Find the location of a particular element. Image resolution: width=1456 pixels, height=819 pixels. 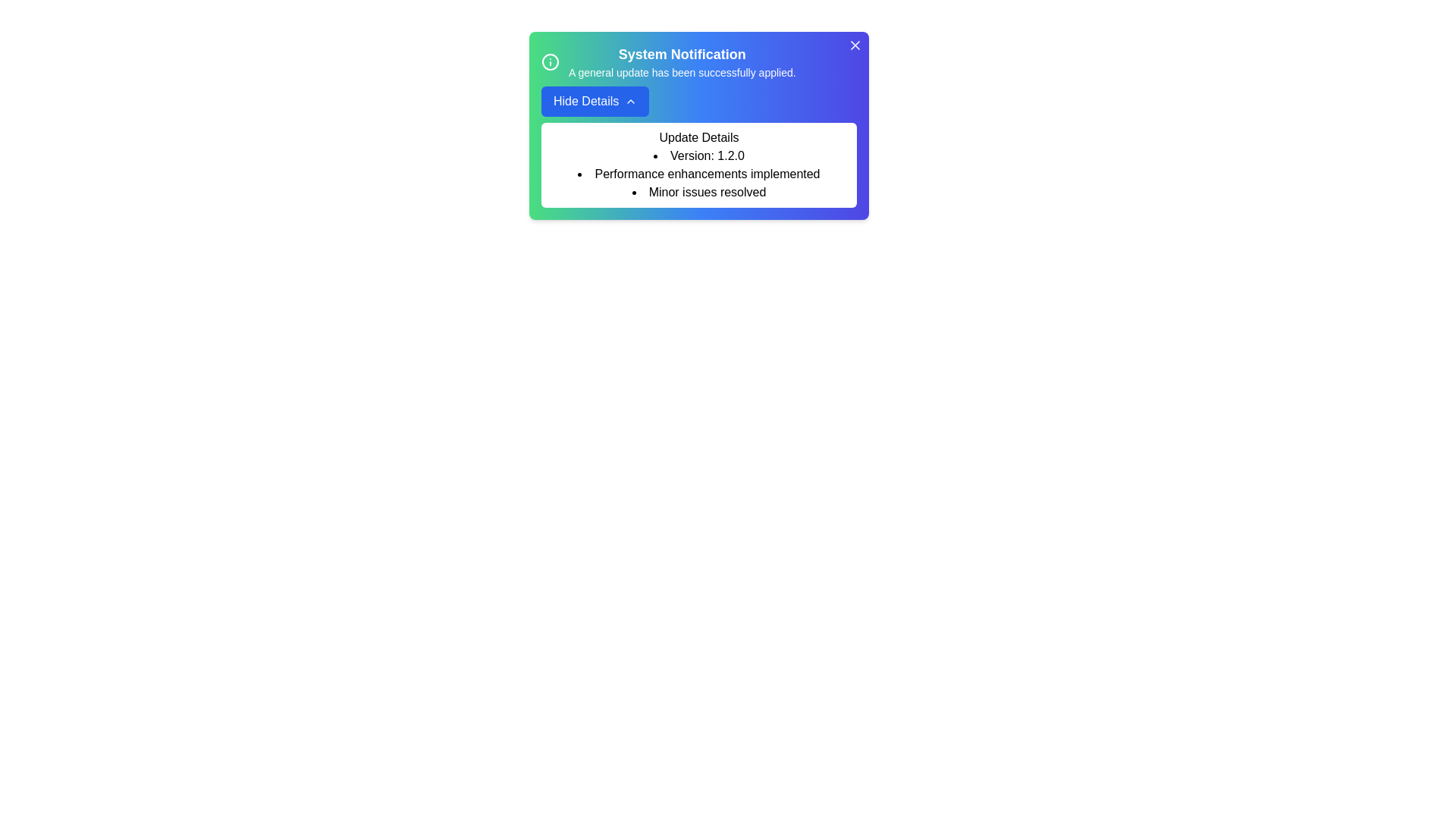

the 'Hide Details' button to toggle the detail view is located at coordinates (595, 102).